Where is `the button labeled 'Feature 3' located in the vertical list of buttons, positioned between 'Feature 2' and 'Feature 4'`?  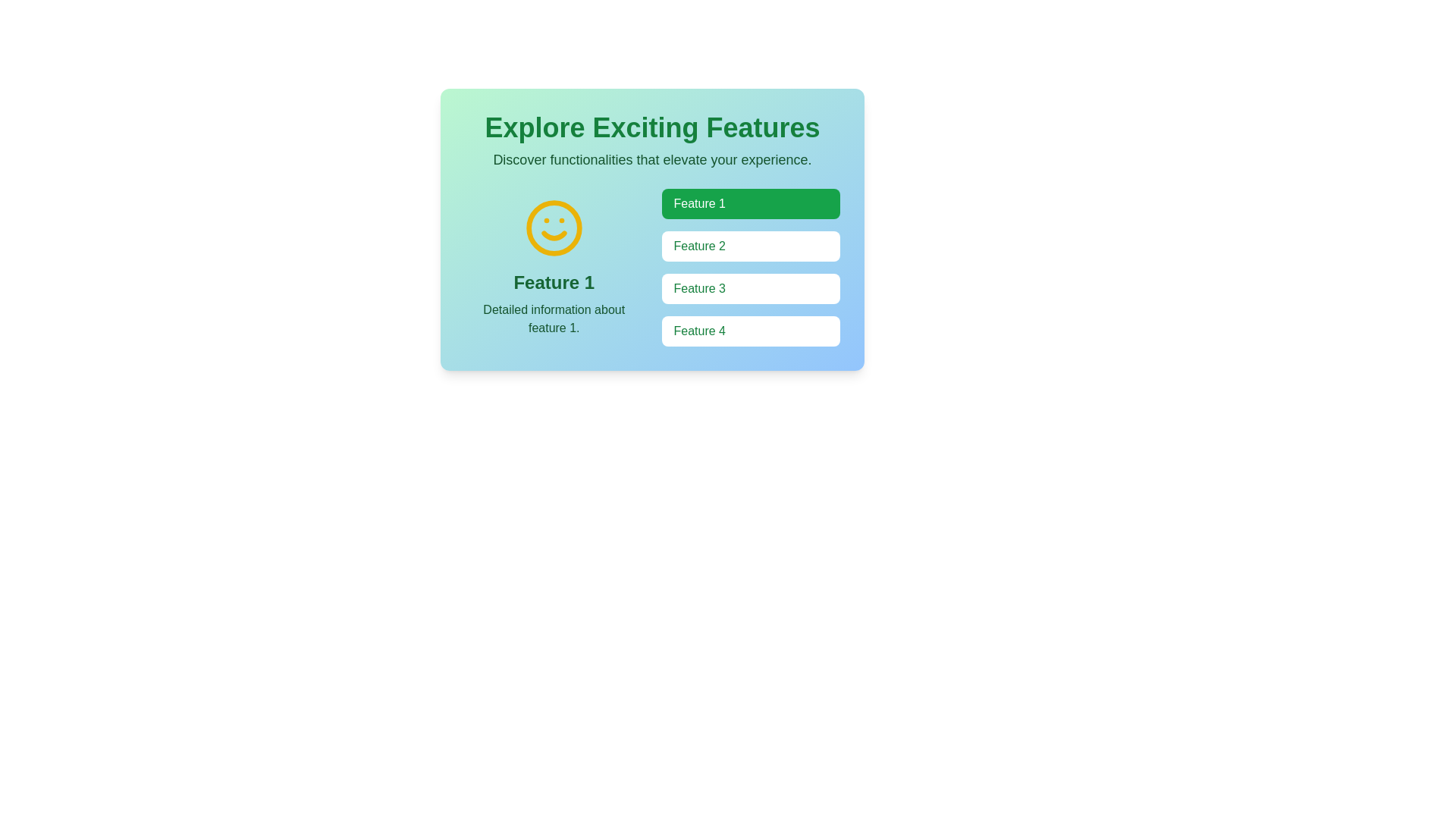
the button labeled 'Feature 3' located in the vertical list of buttons, positioned between 'Feature 2' and 'Feature 4' is located at coordinates (751, 289).